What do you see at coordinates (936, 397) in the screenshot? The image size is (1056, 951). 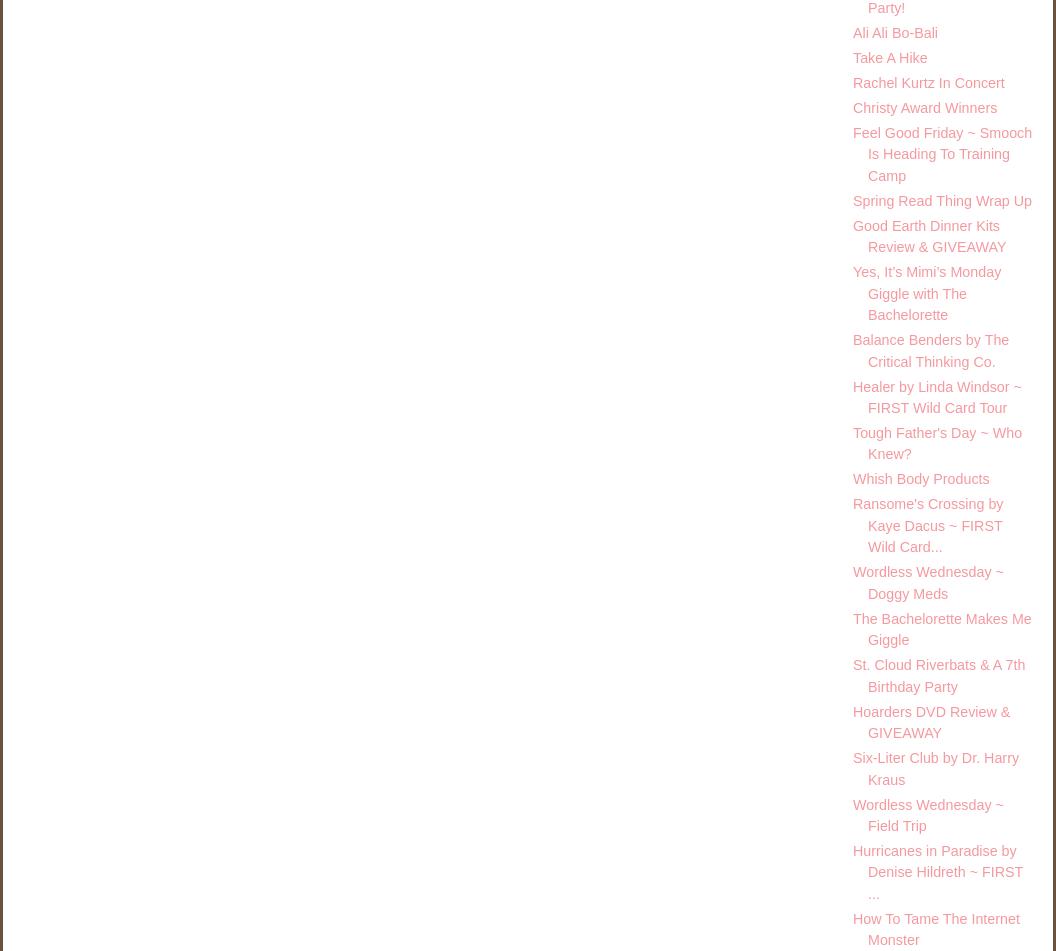 I see `'Healer by Linda Windsor ~ FIRST Wild Card Tour'` at bounding box center [936, 397].